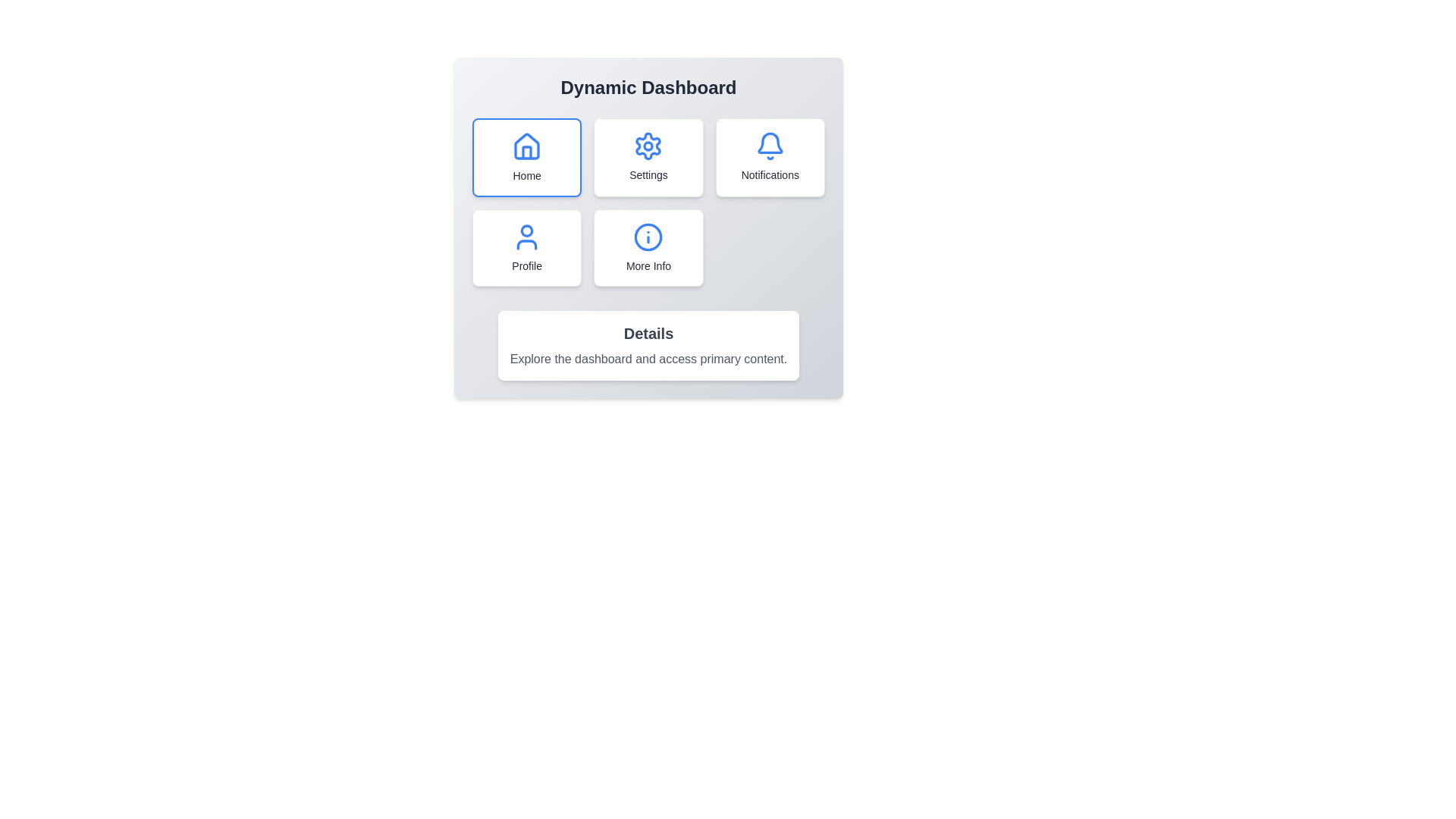 The width and height of the screenshot is (1456, 819). Describe the element at coordinates (648, 146) in the screenshot. I see `the blue gear icon located at the upper portion of the 'Settings' card` at that location.